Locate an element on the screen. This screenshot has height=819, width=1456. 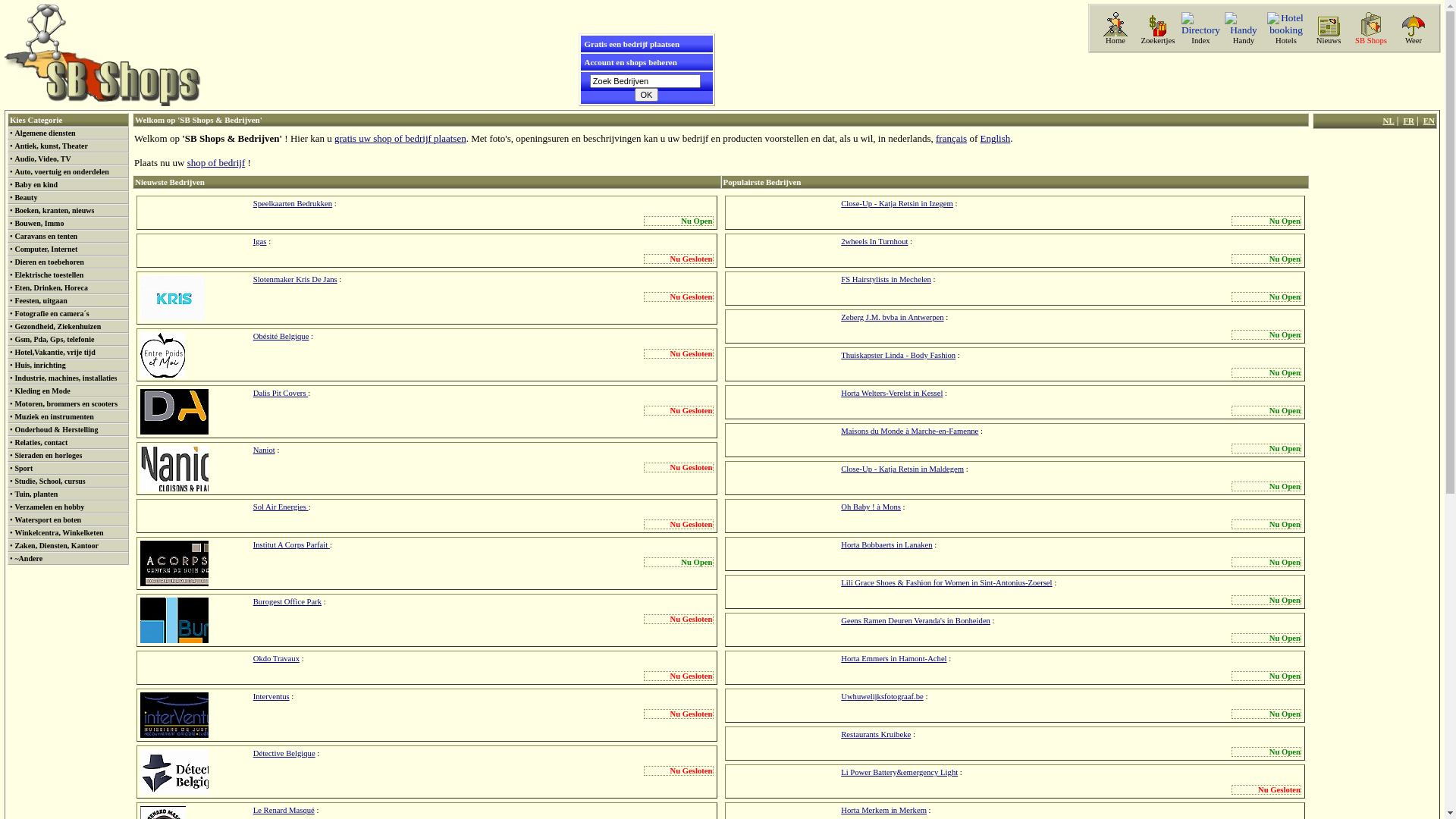
'NL' is located at coordinates (1382, 119).